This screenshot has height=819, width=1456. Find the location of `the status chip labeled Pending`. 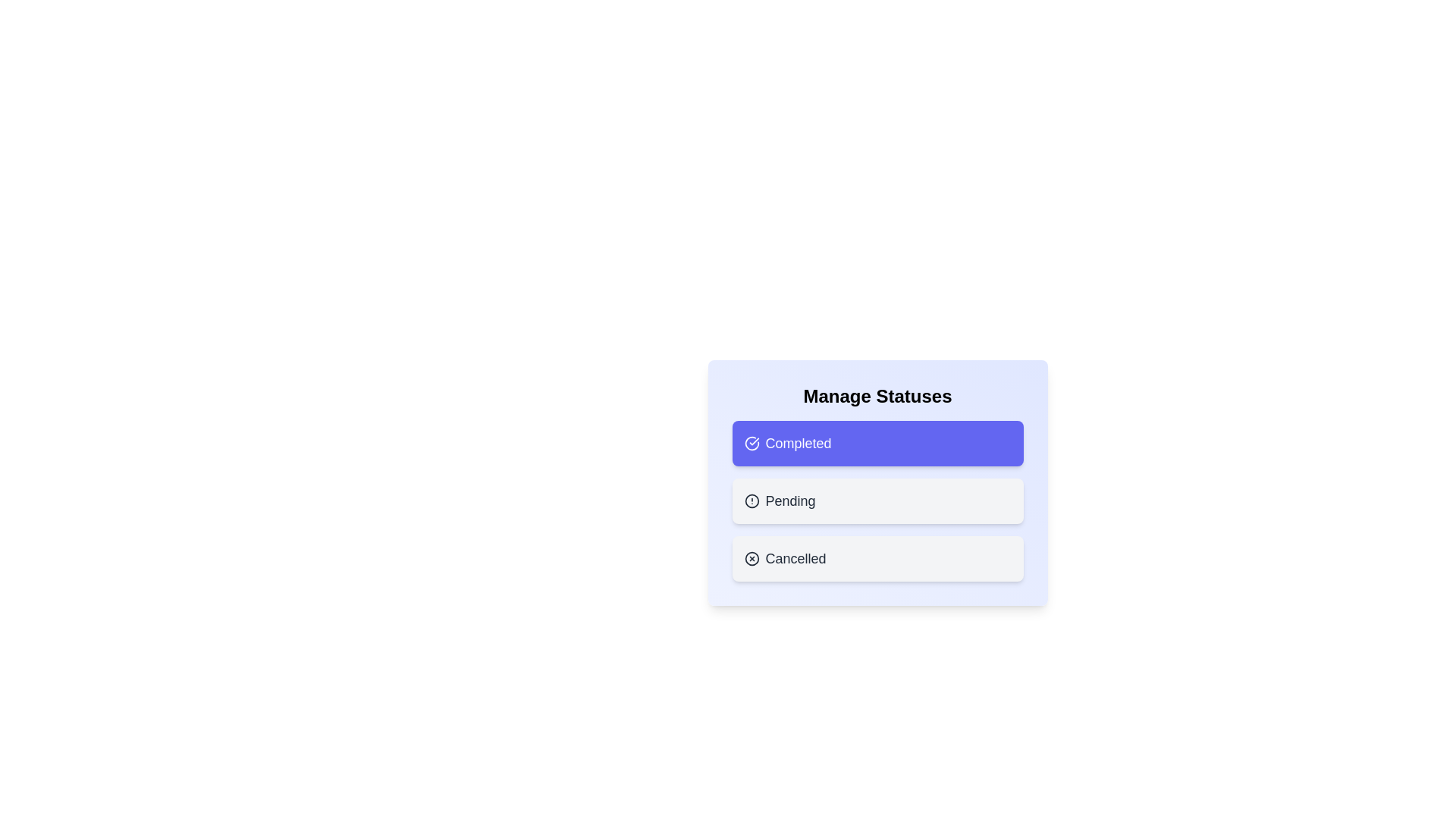

the status chip labeled Pending is located at coordinates (877, 500).